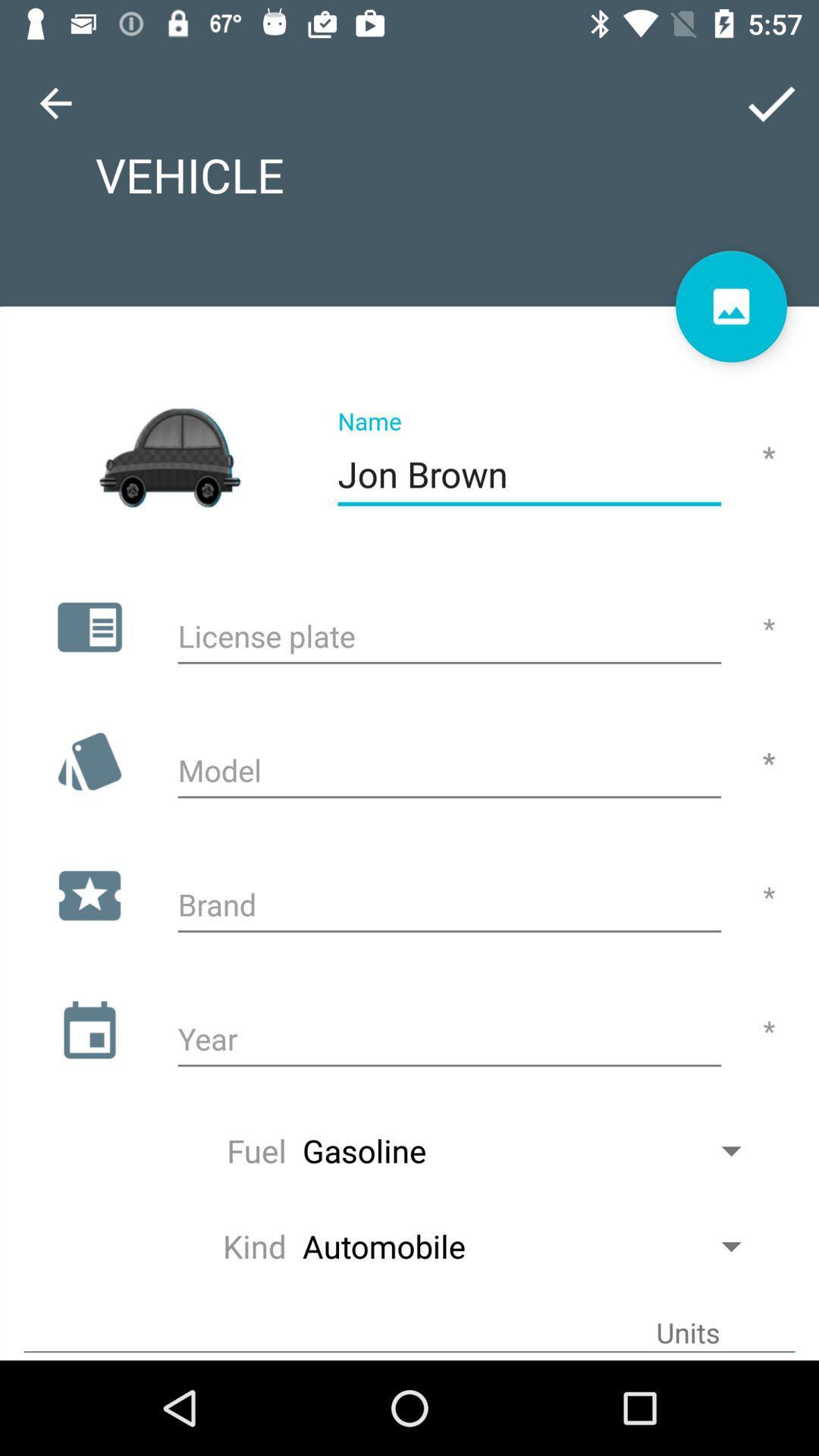 This screenshot has height=1456, width=819. Describe the element at coordinates (448, 907) in the screenshot. I see `brand` at that location.